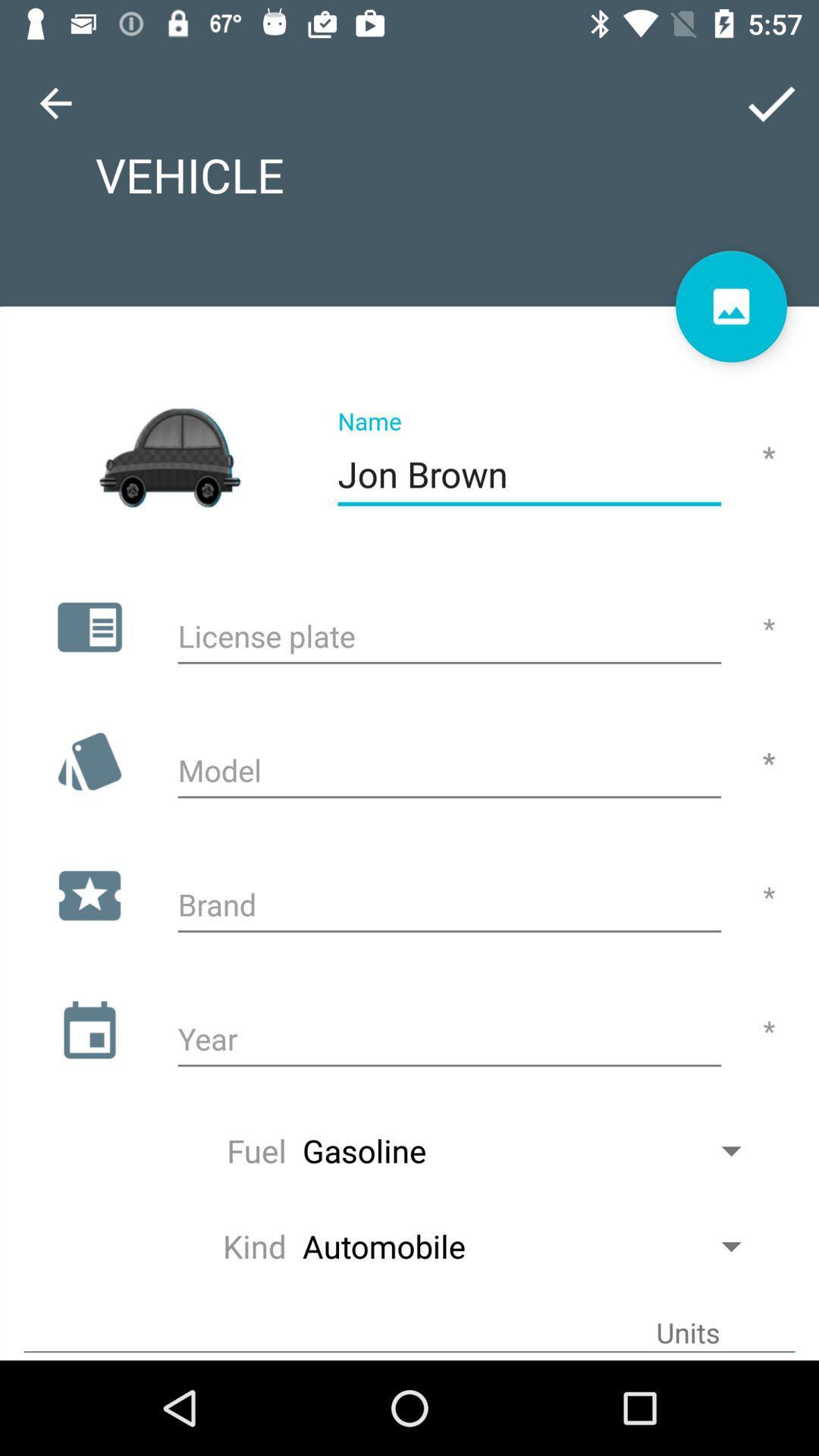 This screenshot has height=1456, width=819. Describe the element at coordinates (448, 907) in the screenshot. I see `brand` at that location.